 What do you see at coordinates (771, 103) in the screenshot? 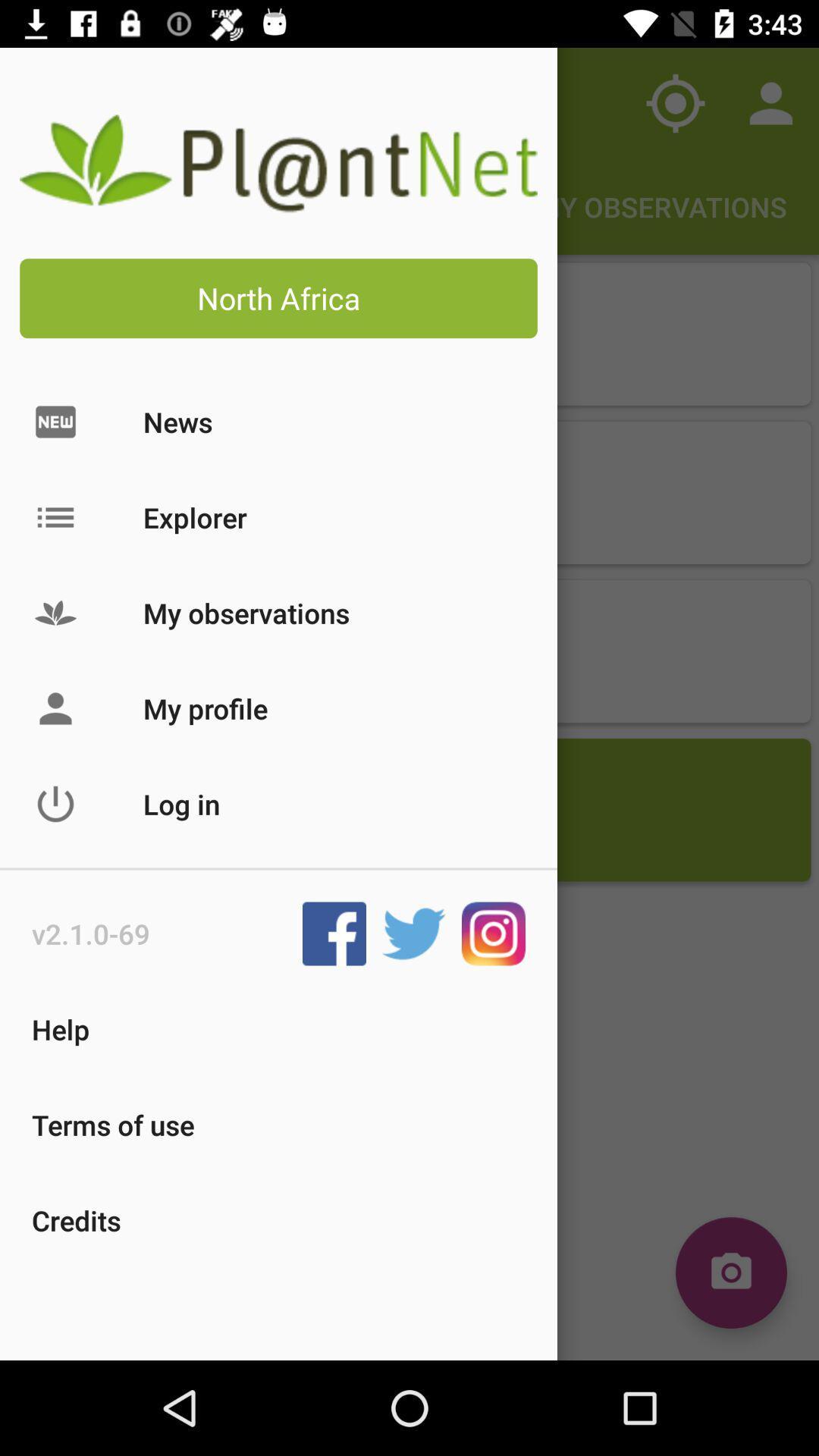
I see `profile icon which is on top right corner of the page` at bounding box center [771, 103].